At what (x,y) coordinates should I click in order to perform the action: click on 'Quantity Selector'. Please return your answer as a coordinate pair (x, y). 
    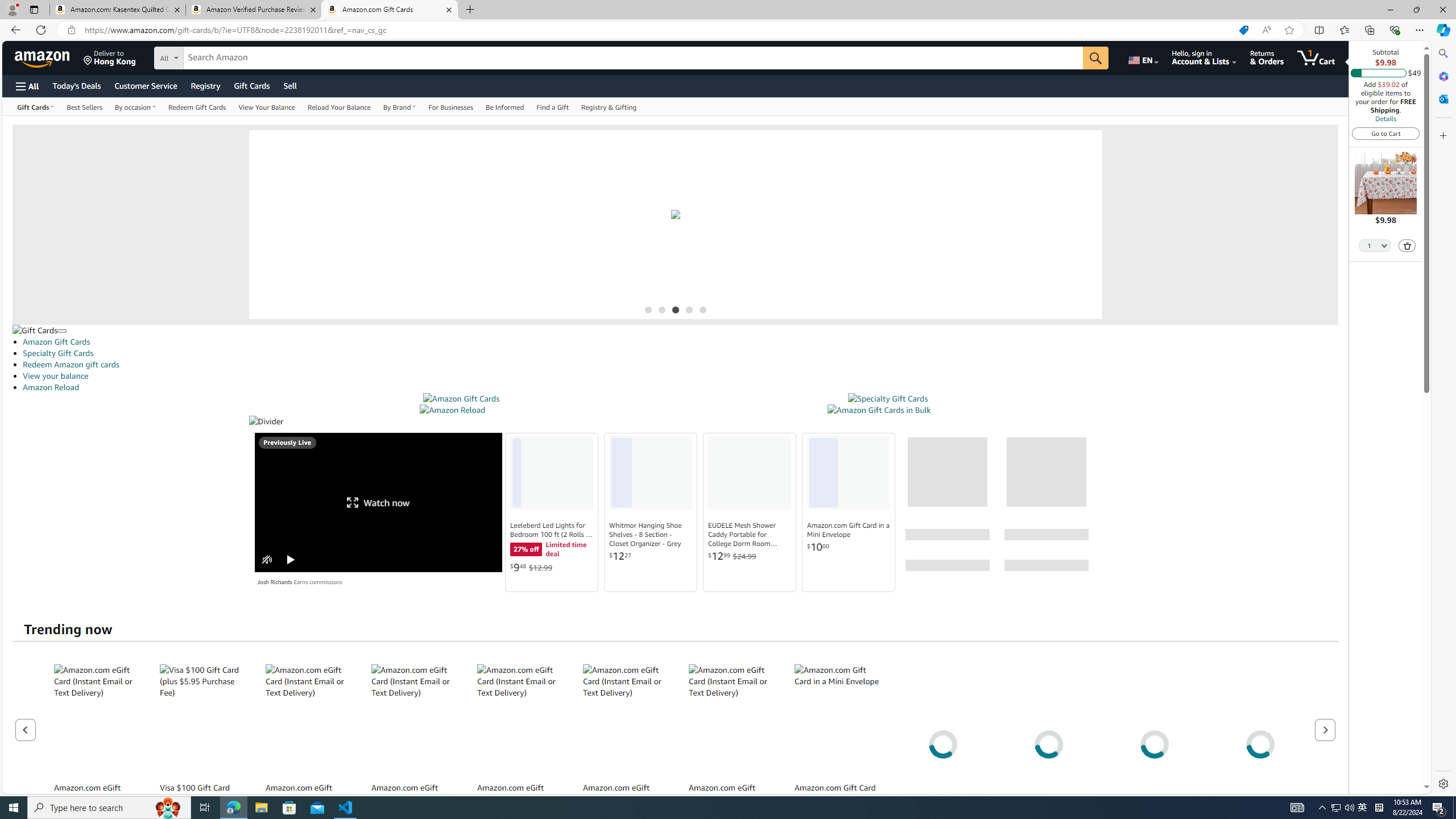
    Looking at the image, I should click on (1375, 245).